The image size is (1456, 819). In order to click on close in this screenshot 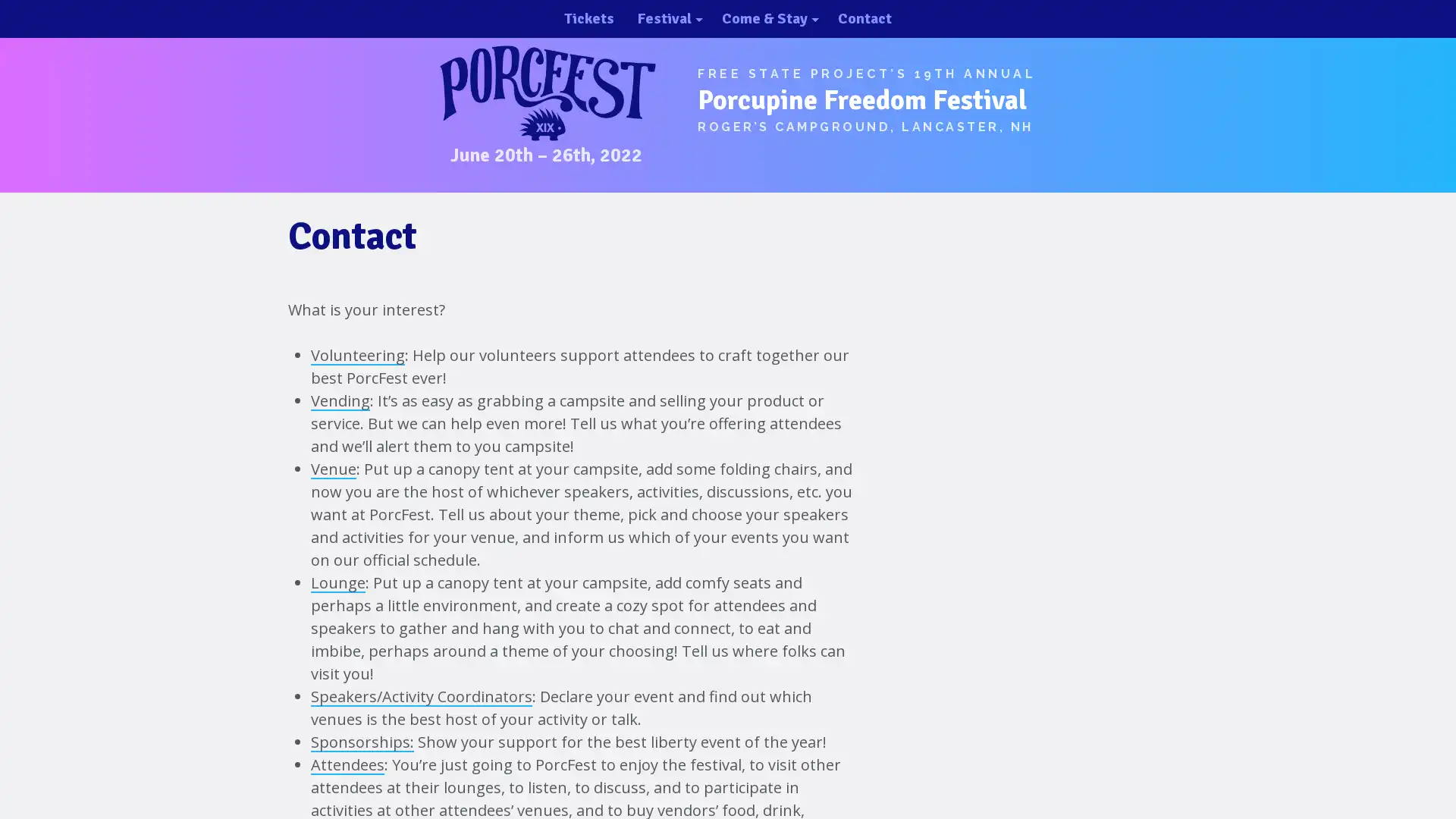, I will do `click(1407, 61)`.